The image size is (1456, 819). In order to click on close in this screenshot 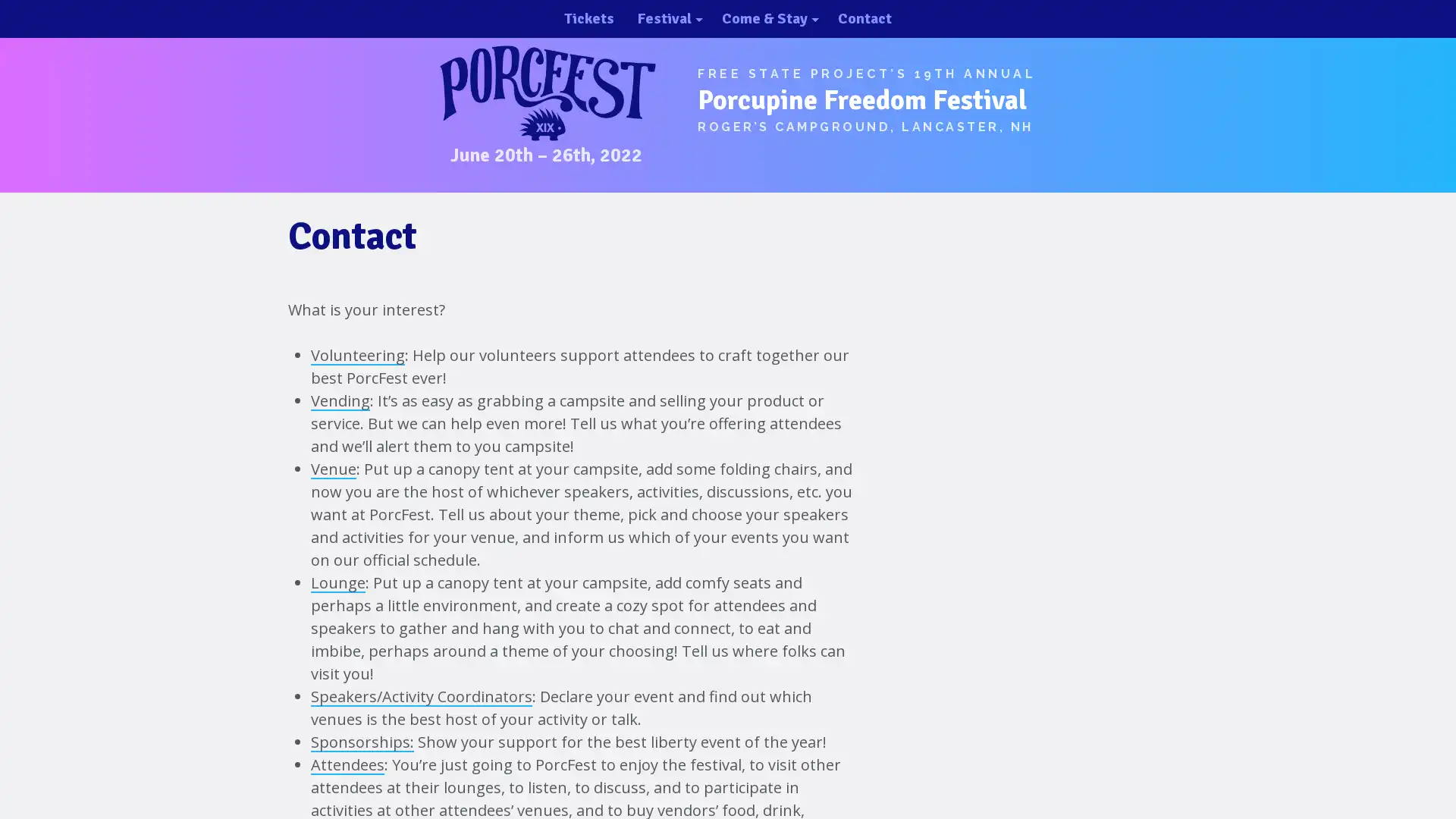, I will do `click(1407, 61)`.